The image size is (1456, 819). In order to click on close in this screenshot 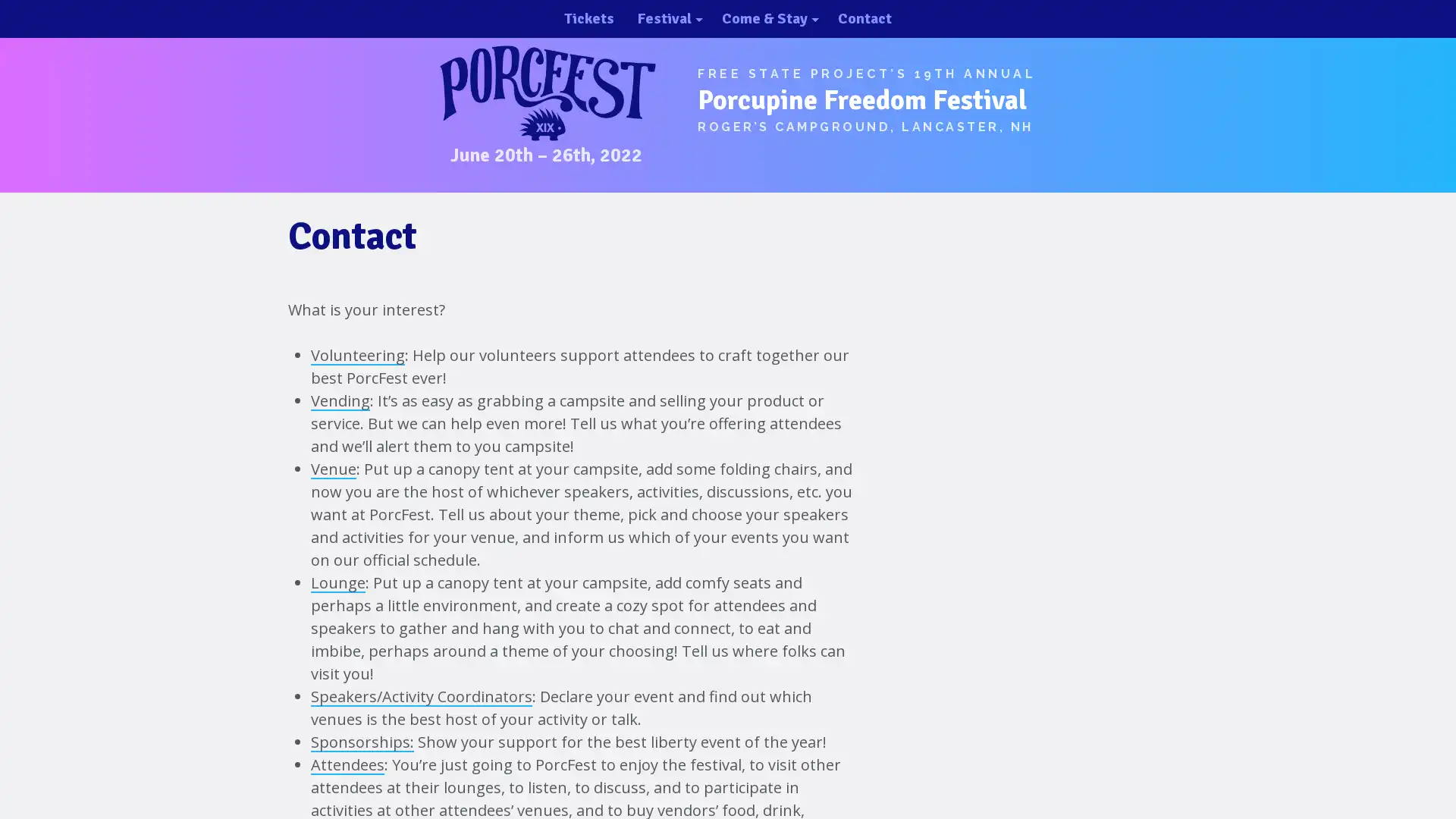, I will do `click(1407, 61)`.